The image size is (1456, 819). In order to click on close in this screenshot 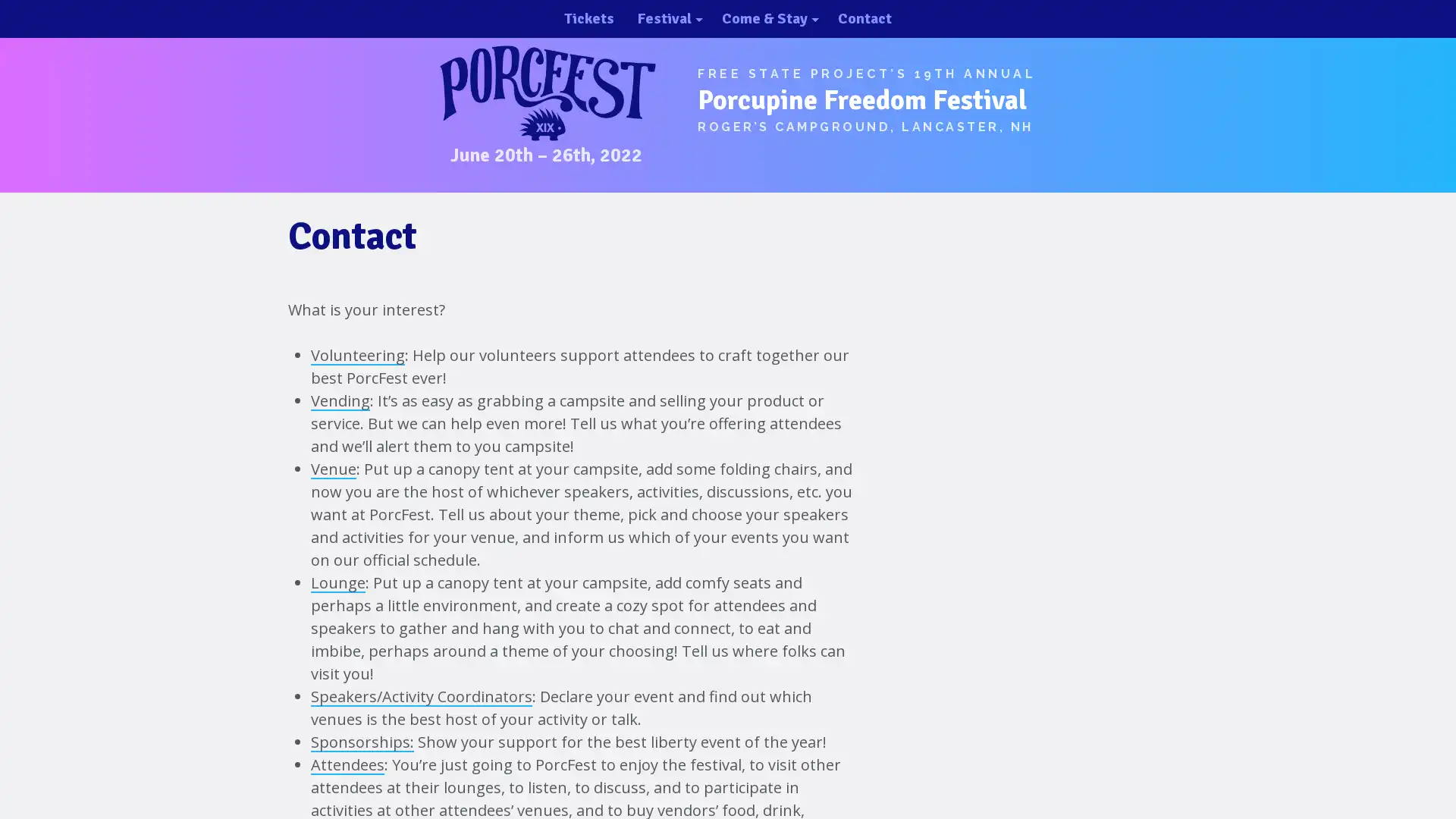, I will do `click(1407, 61)`.